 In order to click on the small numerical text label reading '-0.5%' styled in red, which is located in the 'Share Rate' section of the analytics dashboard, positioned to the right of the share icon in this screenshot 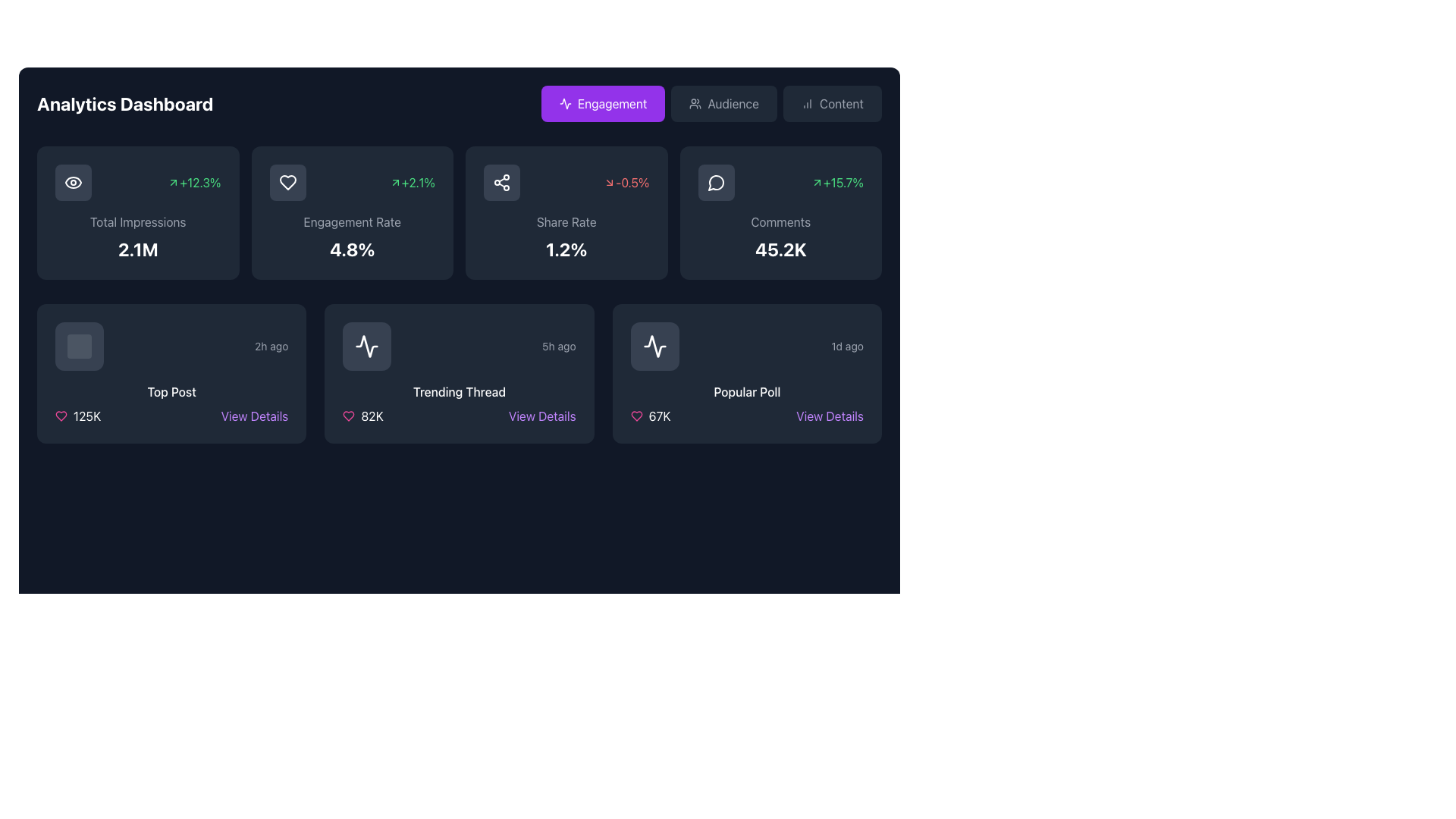, I will do `click(566, 181)`.